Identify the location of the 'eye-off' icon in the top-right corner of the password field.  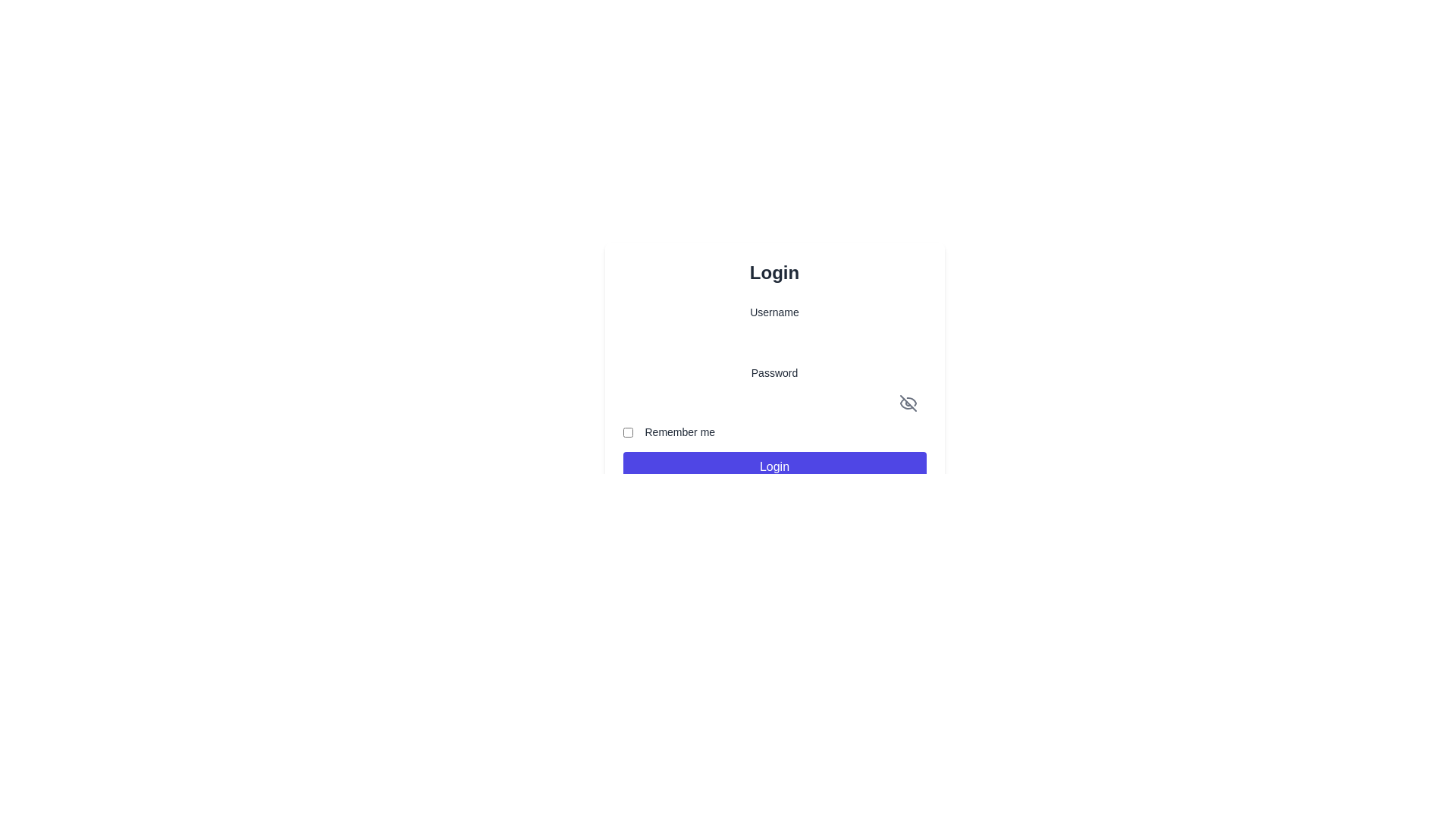
(910, 400).